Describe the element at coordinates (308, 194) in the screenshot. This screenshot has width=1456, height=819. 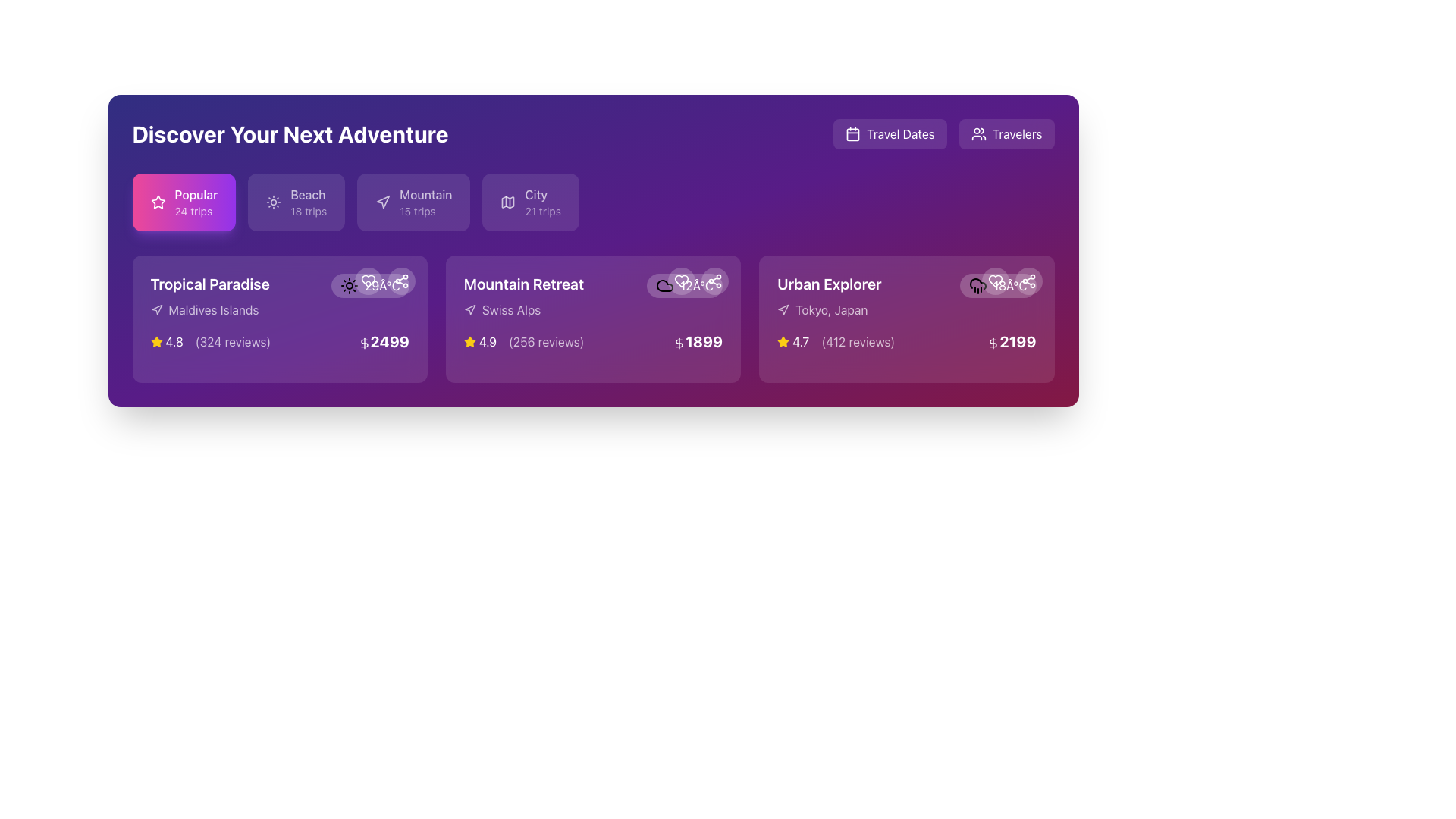
I see `the Static Label displaying 'Beach' with a white color on a purple background, located in the second tile under the 'Discover Your Next Adventure' section` at that location.